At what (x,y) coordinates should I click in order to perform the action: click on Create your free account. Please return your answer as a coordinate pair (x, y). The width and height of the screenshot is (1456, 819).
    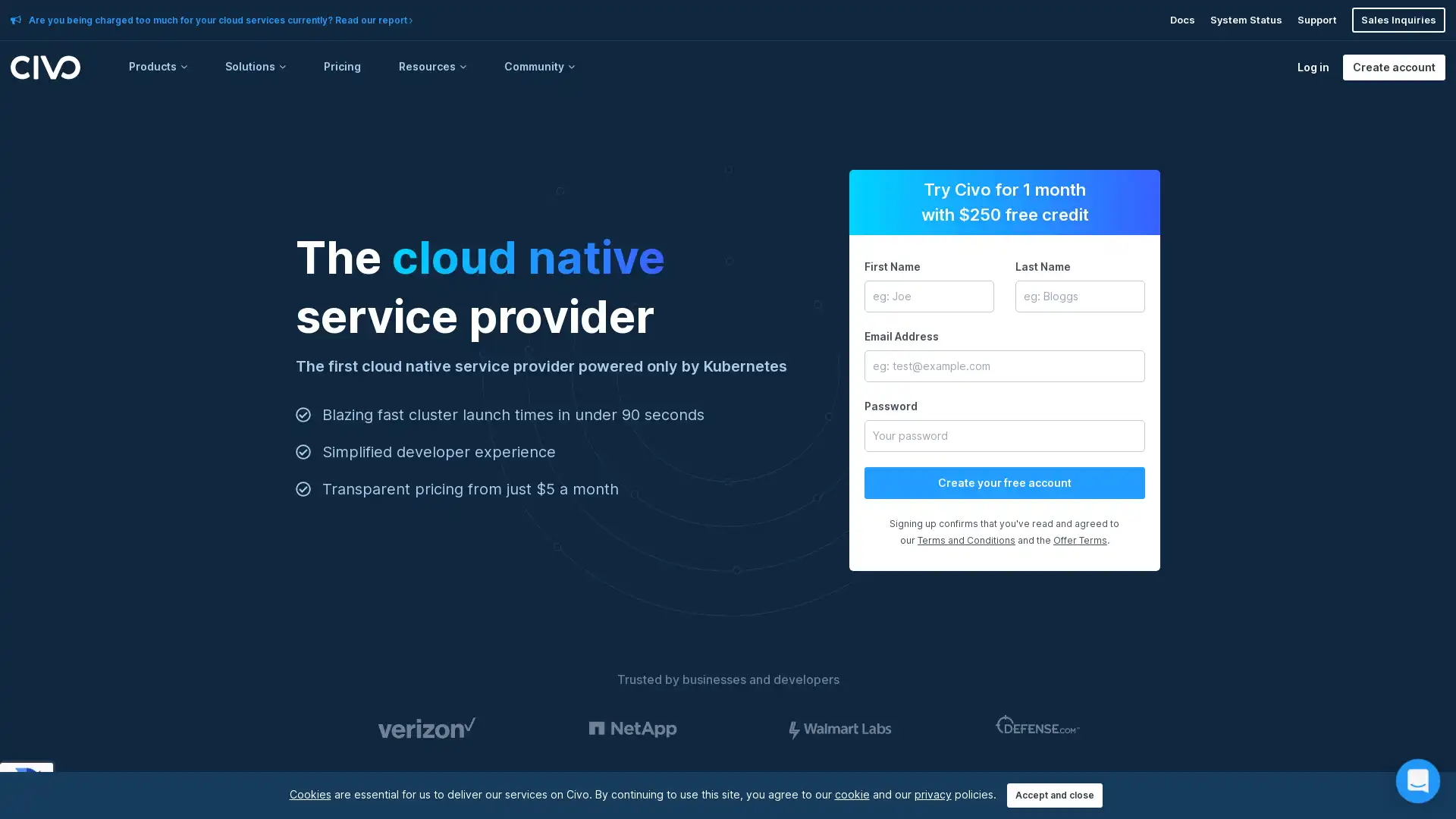
    Looking at the image, I should click on (1004, 482).